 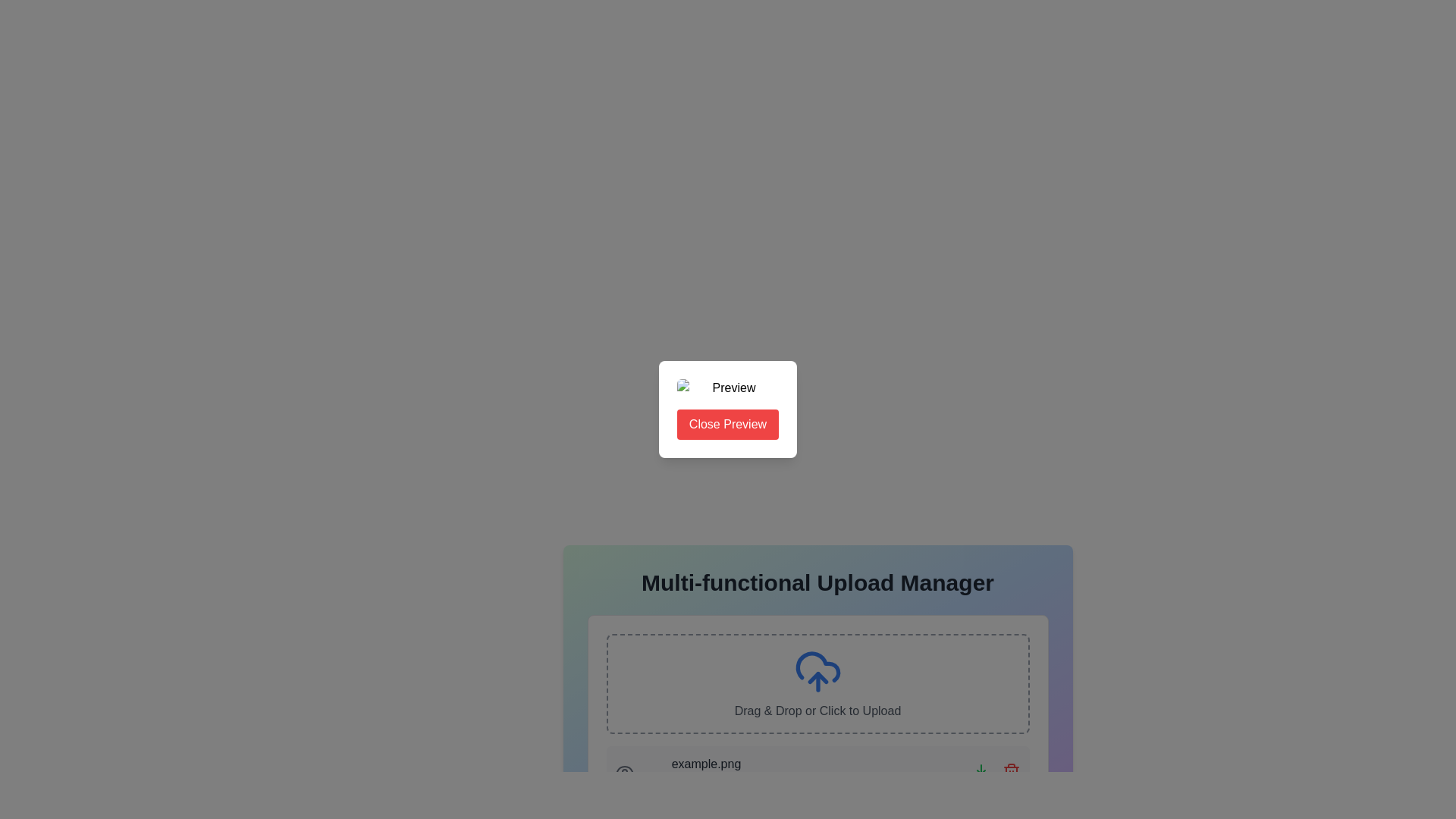 I want to click on and drop files, so click(x=817, y=648).